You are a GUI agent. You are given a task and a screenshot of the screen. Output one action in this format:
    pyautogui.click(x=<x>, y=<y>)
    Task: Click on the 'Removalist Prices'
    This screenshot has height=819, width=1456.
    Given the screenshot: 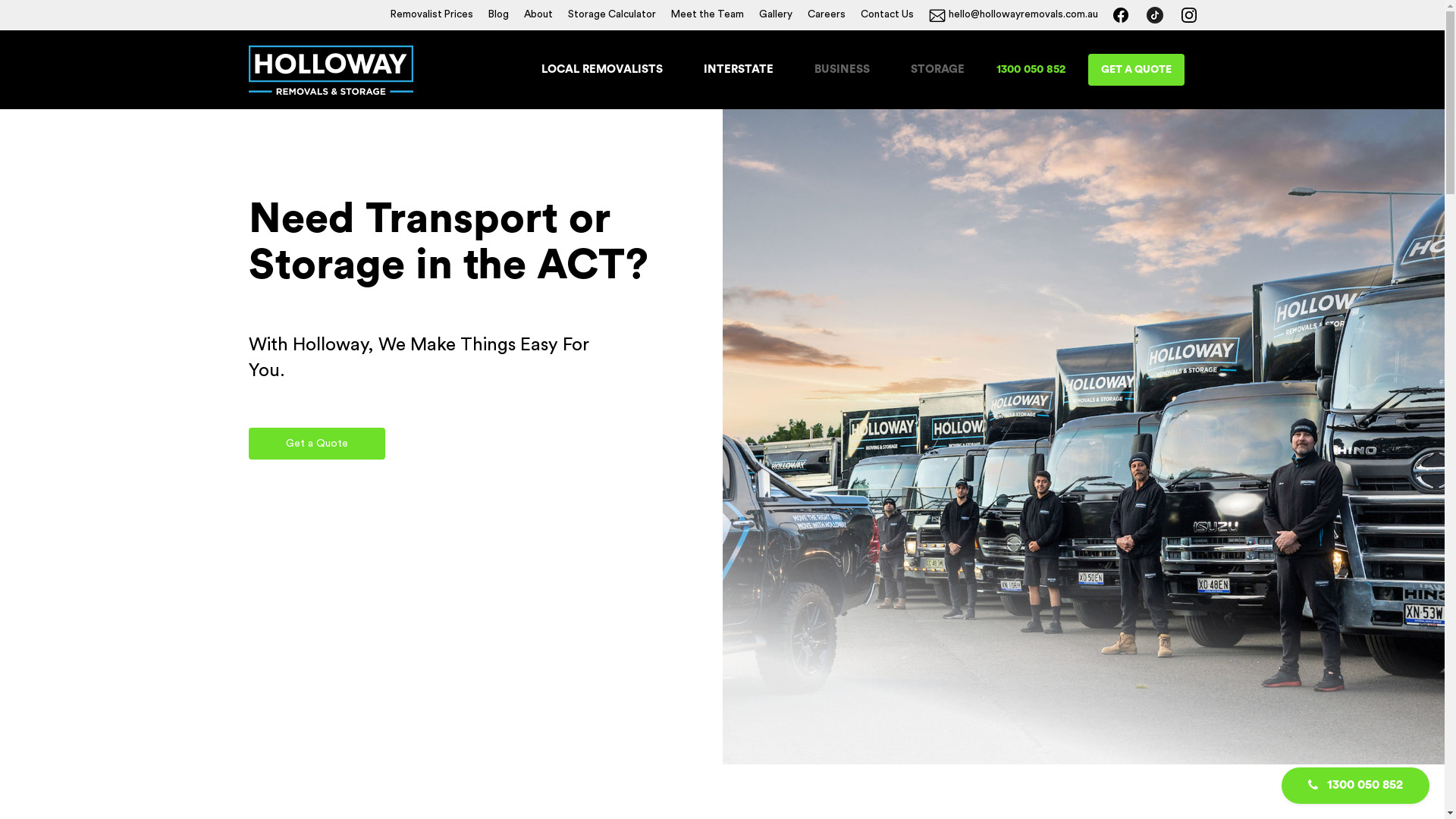 What is the action you would take?
    pyautogui.click(x=388, y=14)
    